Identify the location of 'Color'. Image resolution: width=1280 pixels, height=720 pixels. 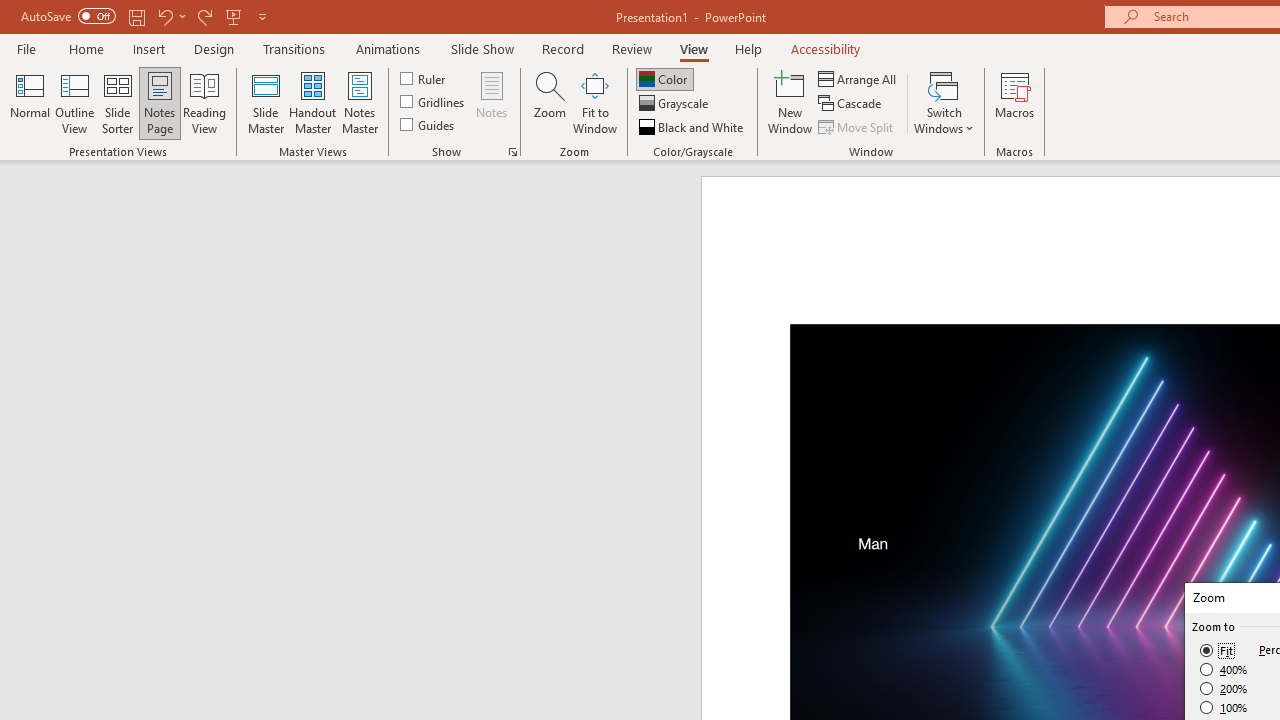
(664, 78).